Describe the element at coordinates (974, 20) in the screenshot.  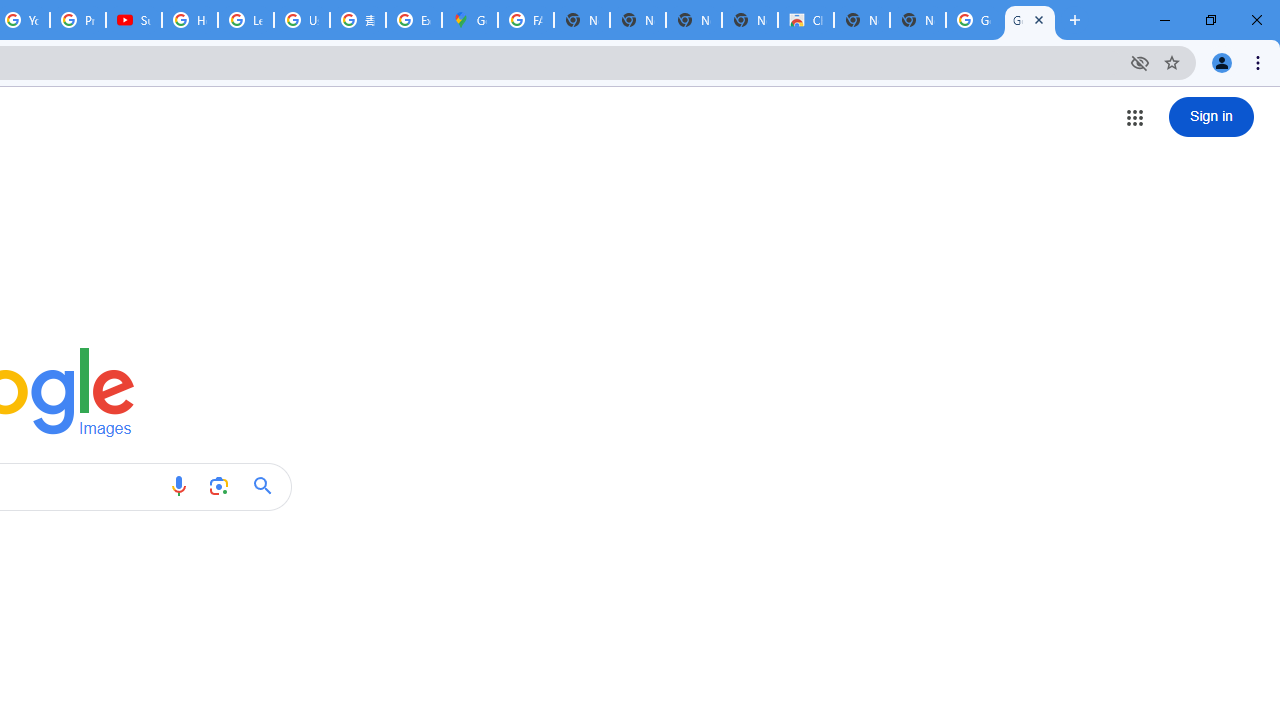
I see `'Google Images'` at that location.